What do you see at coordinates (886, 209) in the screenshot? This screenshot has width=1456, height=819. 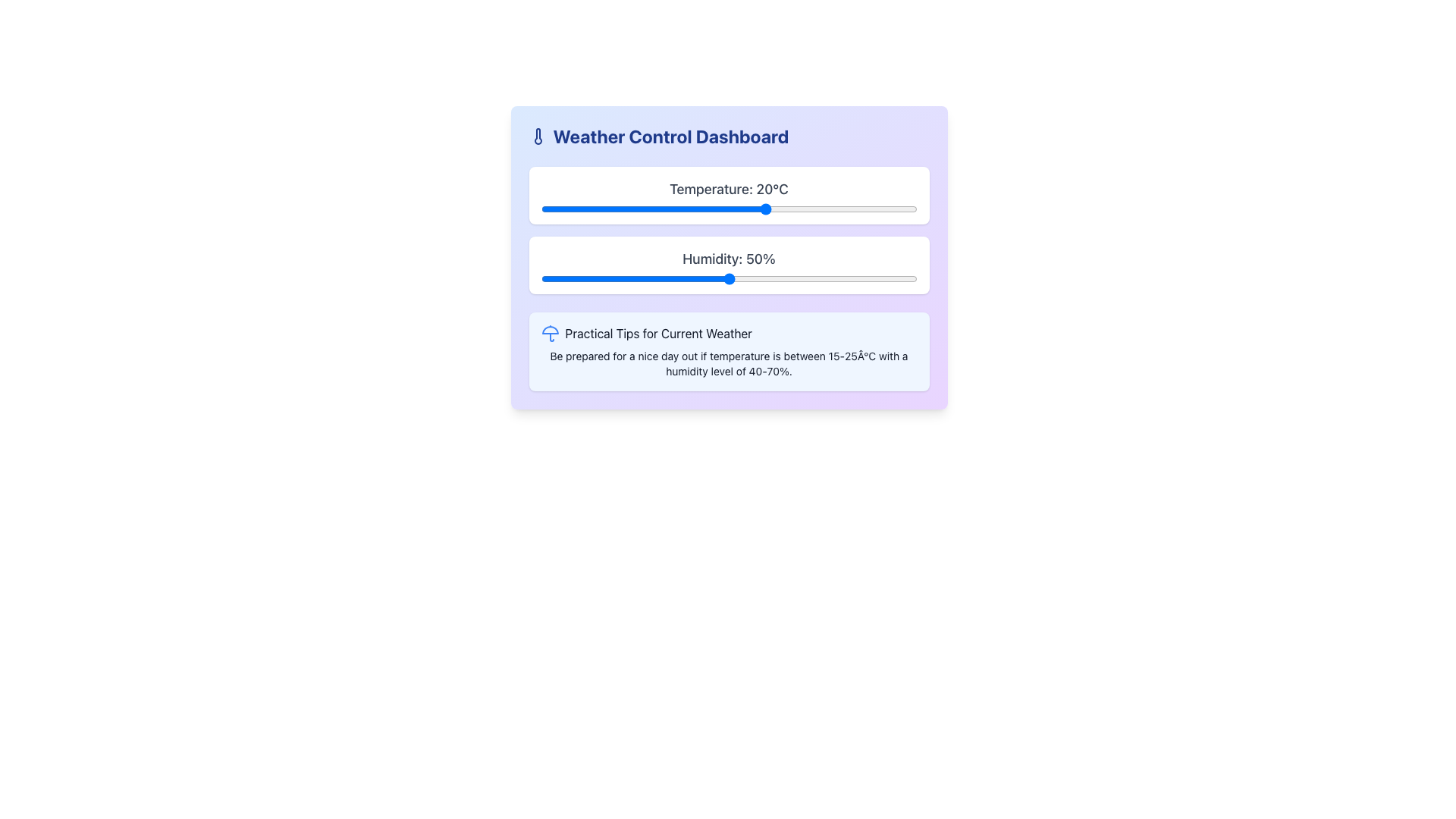 I see `temperature` at bounding box center [886, 209].